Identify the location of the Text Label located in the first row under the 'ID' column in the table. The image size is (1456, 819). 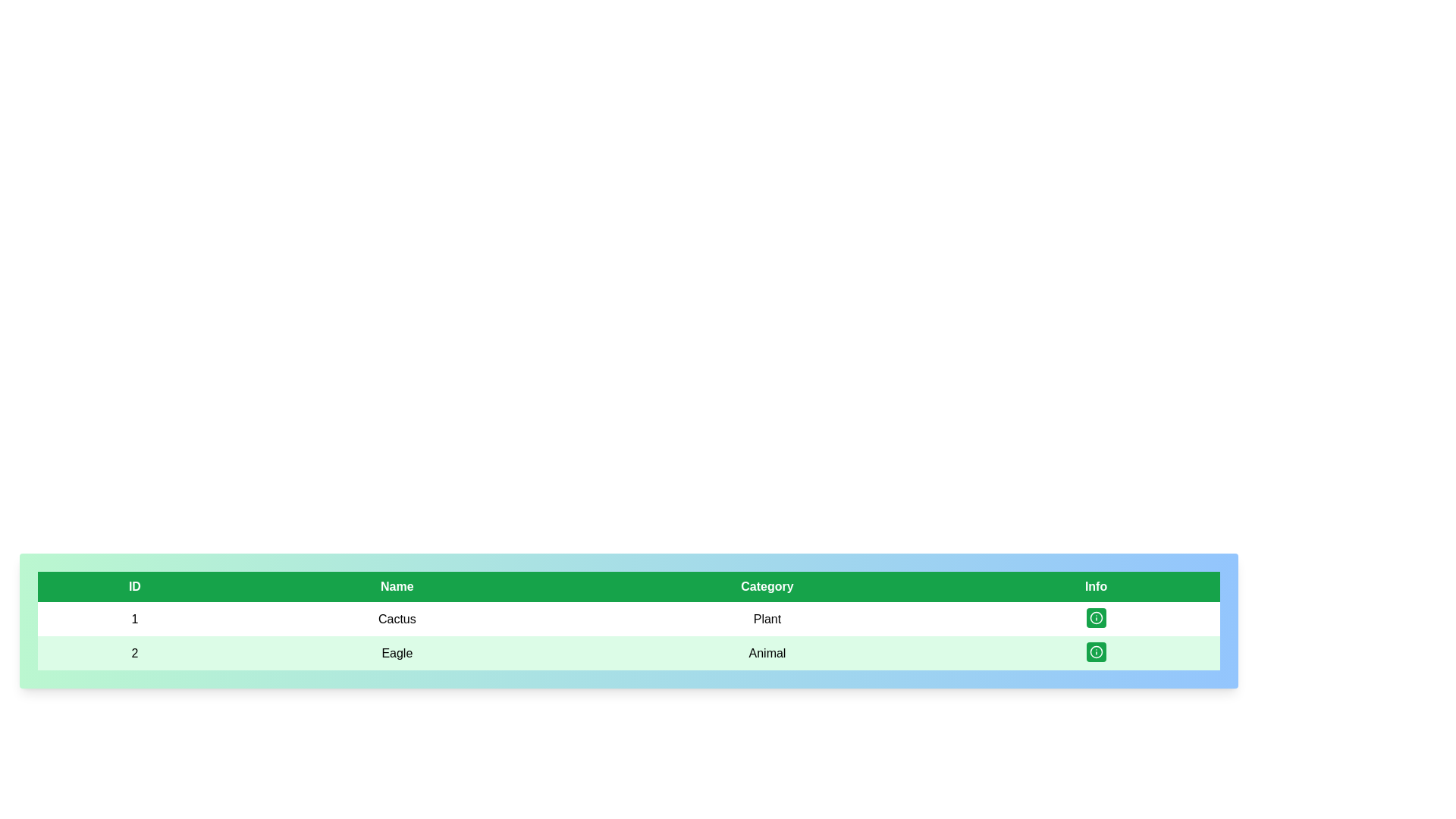
(134, 619).